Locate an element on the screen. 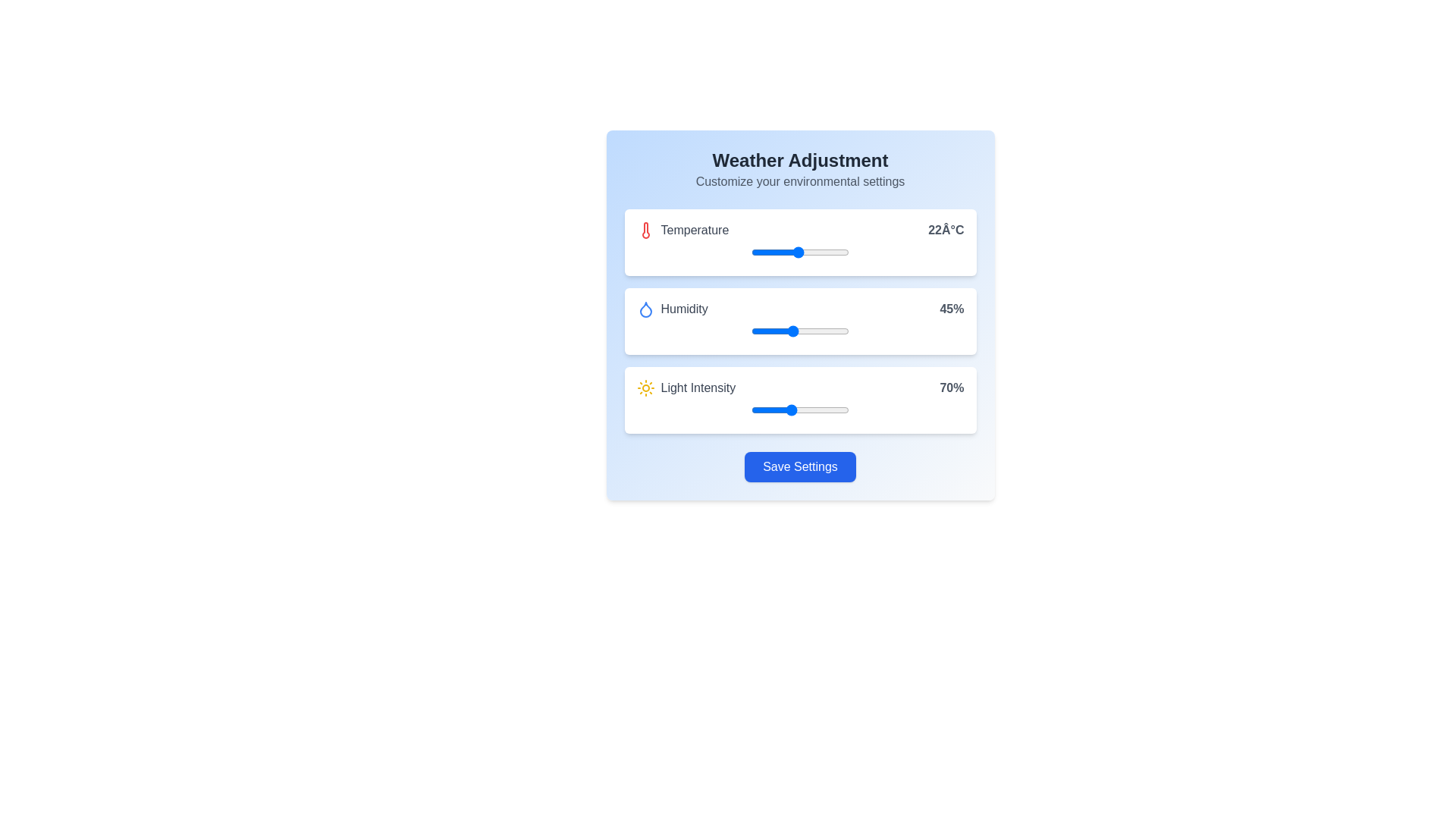 Image resolution: width=1456 pixels, height=819 pixels. the temperature icon located to the left of the 'Temperature' text label in the first row of the weather adjustment settings list is located at coordinates (645, 231).